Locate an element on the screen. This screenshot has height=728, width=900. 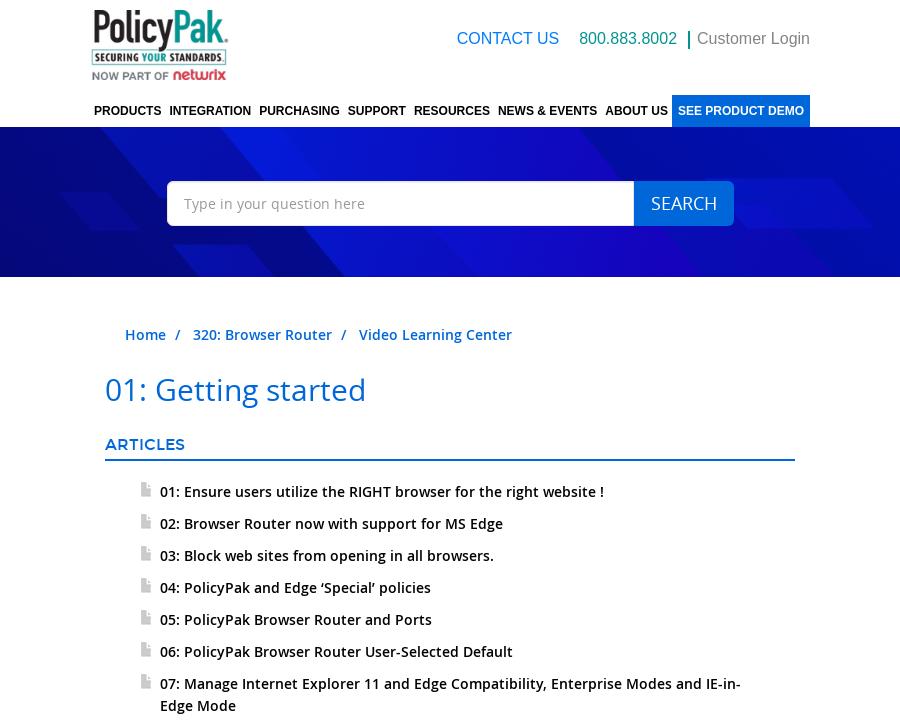
'SEARCH' is located at coordinates (682, 202).